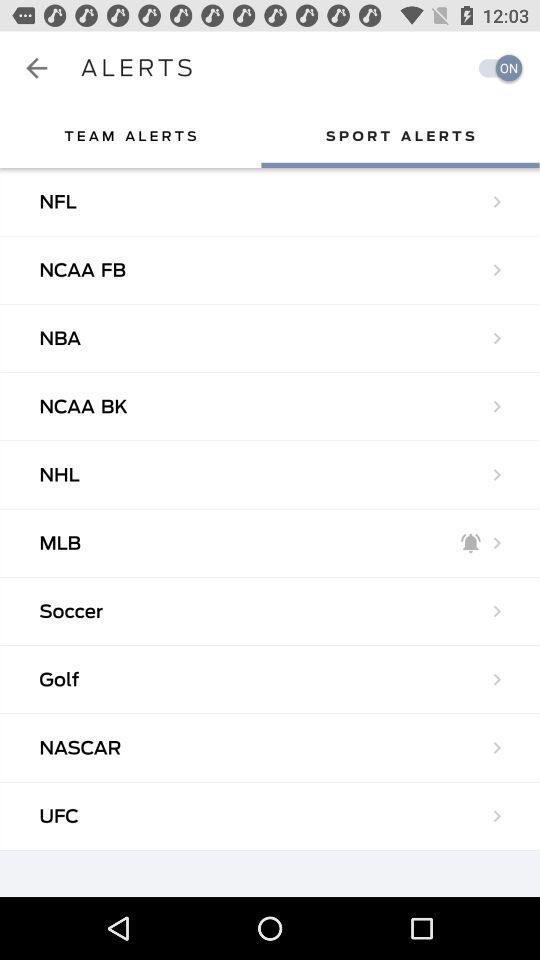  I want to click on the arrow beside ufc in the bottom right of the web page, so click(496, 816).